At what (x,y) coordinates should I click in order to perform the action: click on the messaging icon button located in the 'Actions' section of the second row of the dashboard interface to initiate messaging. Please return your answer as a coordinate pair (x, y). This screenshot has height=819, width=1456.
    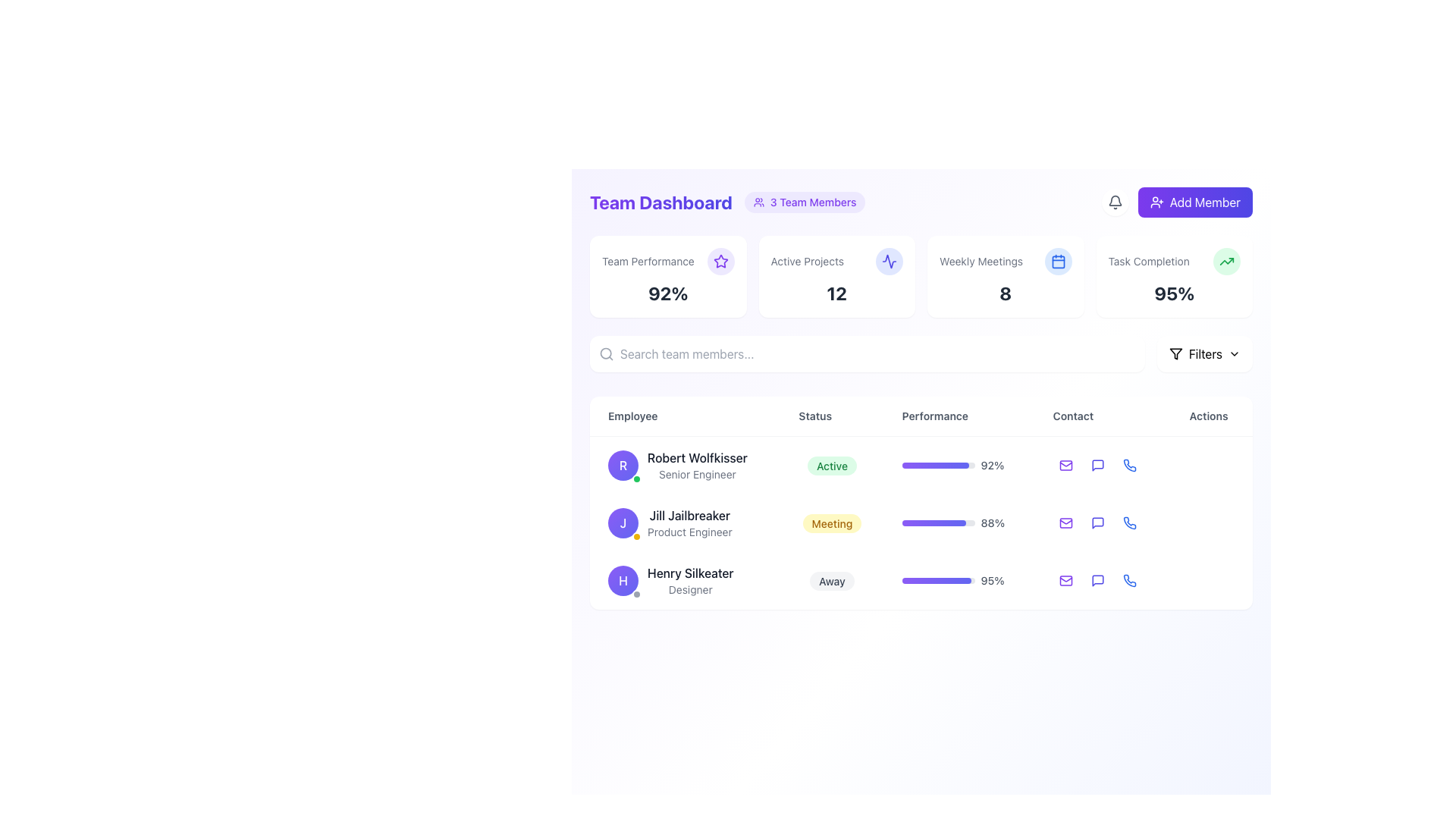
    Looking at the image, I should click on (1097, 522).